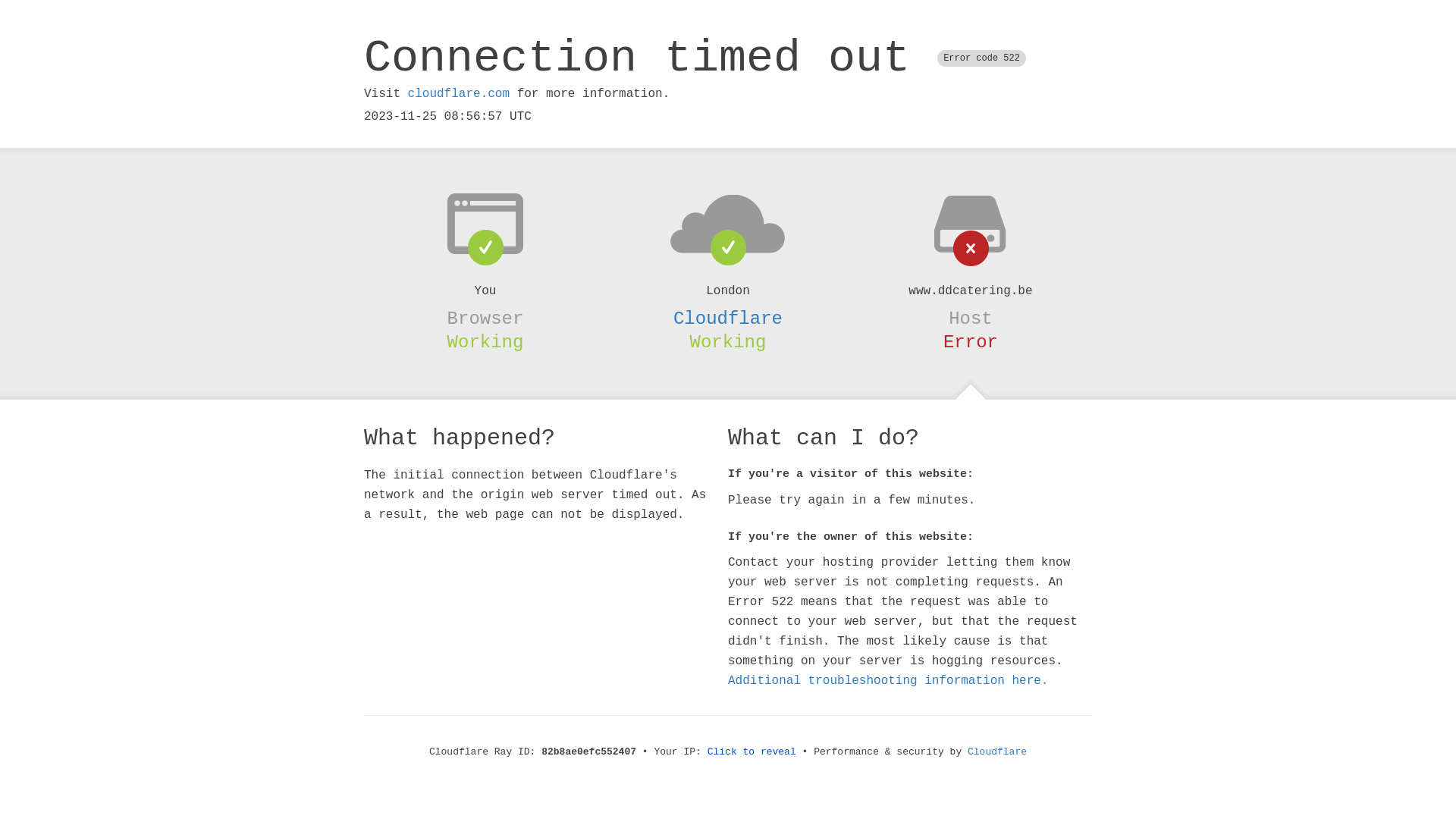 Image resolution: width=1456 pixels, height=819 pixels. What do you see at coordinates (997, 752) in the screenshot?
I see `'Cloudflare'` at bounding box center [997, 752].